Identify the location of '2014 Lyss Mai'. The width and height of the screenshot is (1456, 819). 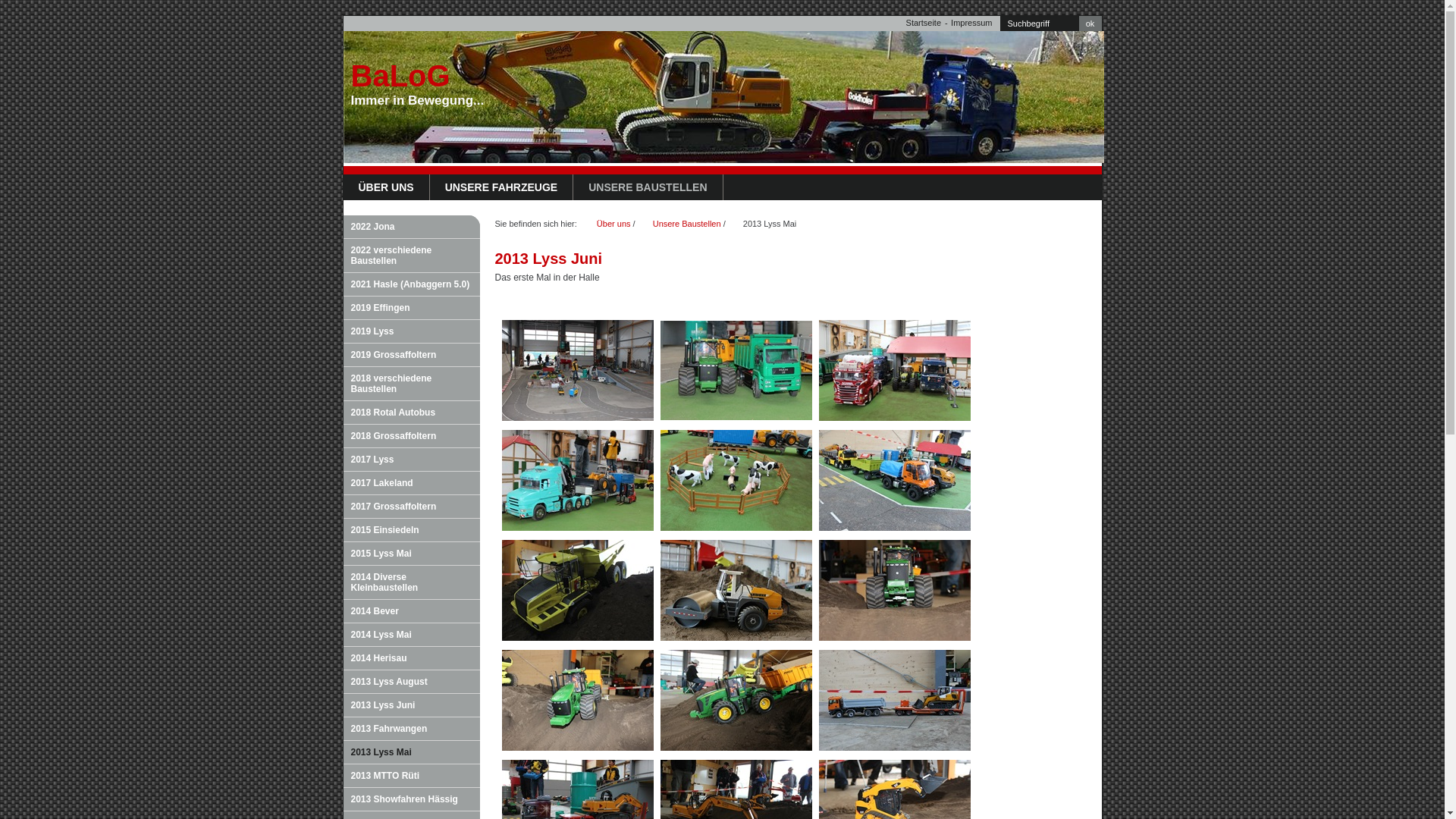
(411, 635).